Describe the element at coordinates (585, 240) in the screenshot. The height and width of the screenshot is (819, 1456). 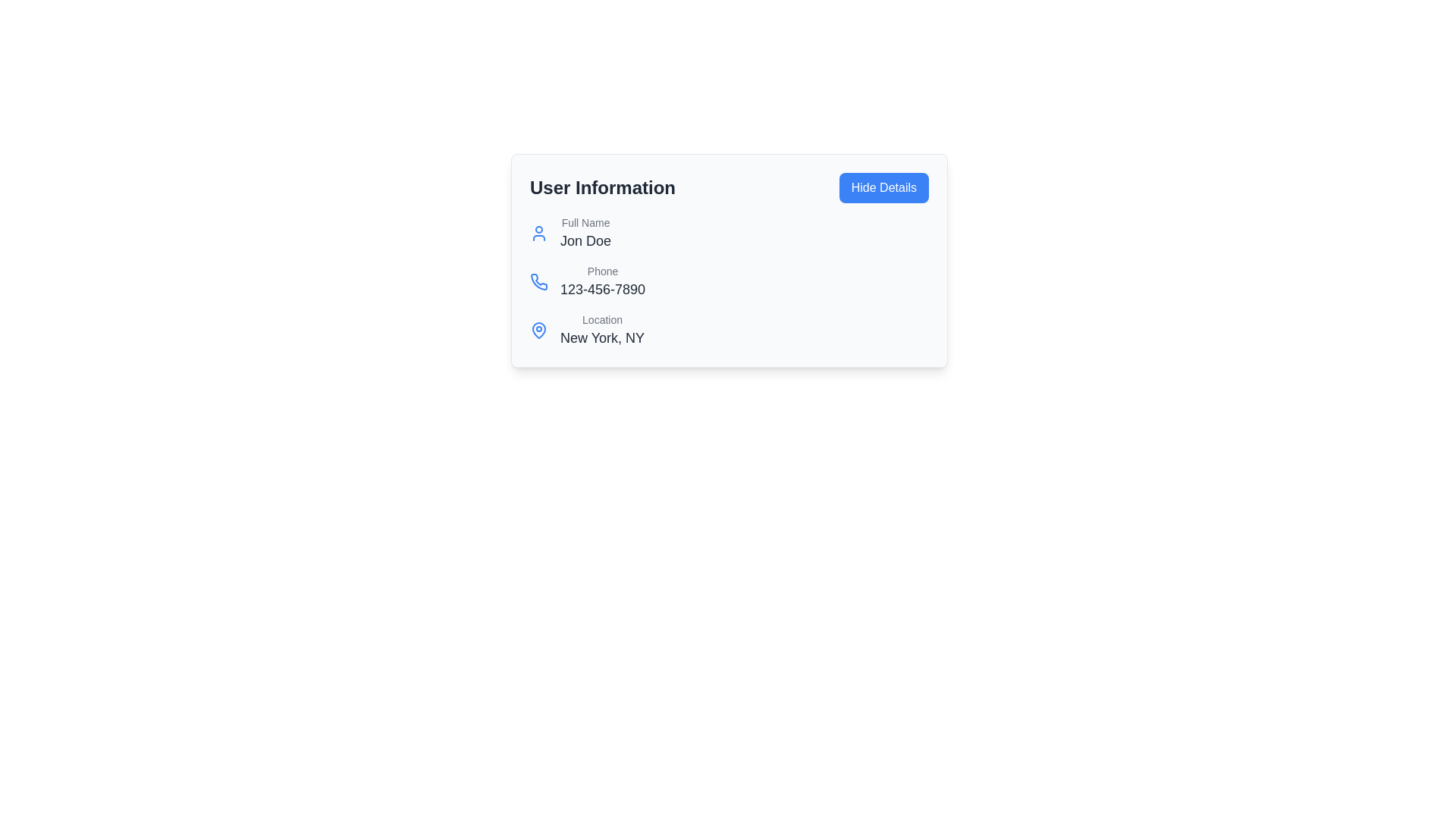
I see `the text displayed in the user's full name field, which is located in the user information card directly beneath the 'Full Name' label` at that location.